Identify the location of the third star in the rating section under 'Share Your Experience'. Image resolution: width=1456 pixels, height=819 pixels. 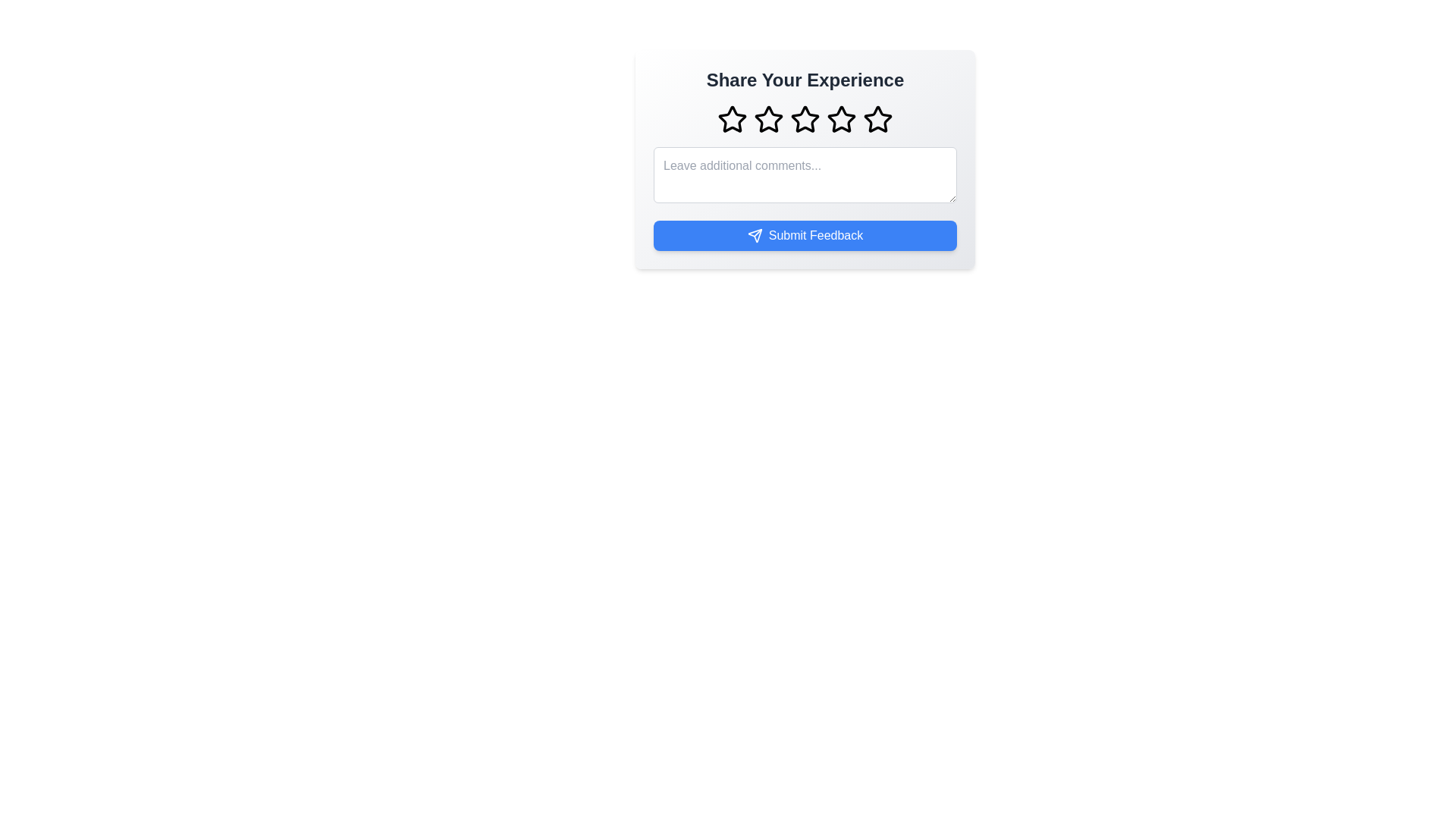
(804, 119).